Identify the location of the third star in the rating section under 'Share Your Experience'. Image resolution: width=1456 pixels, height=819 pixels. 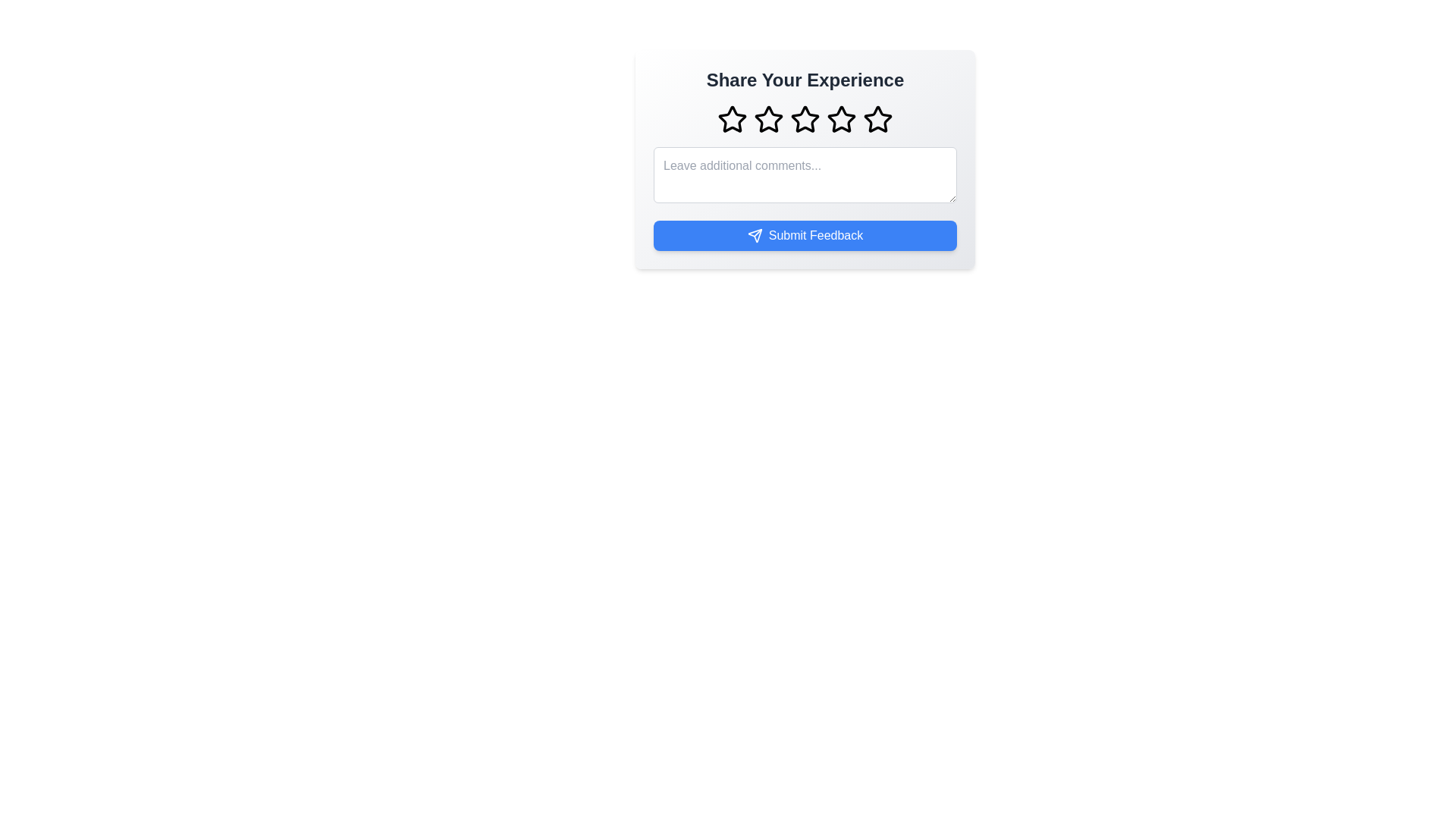
(804, 119).